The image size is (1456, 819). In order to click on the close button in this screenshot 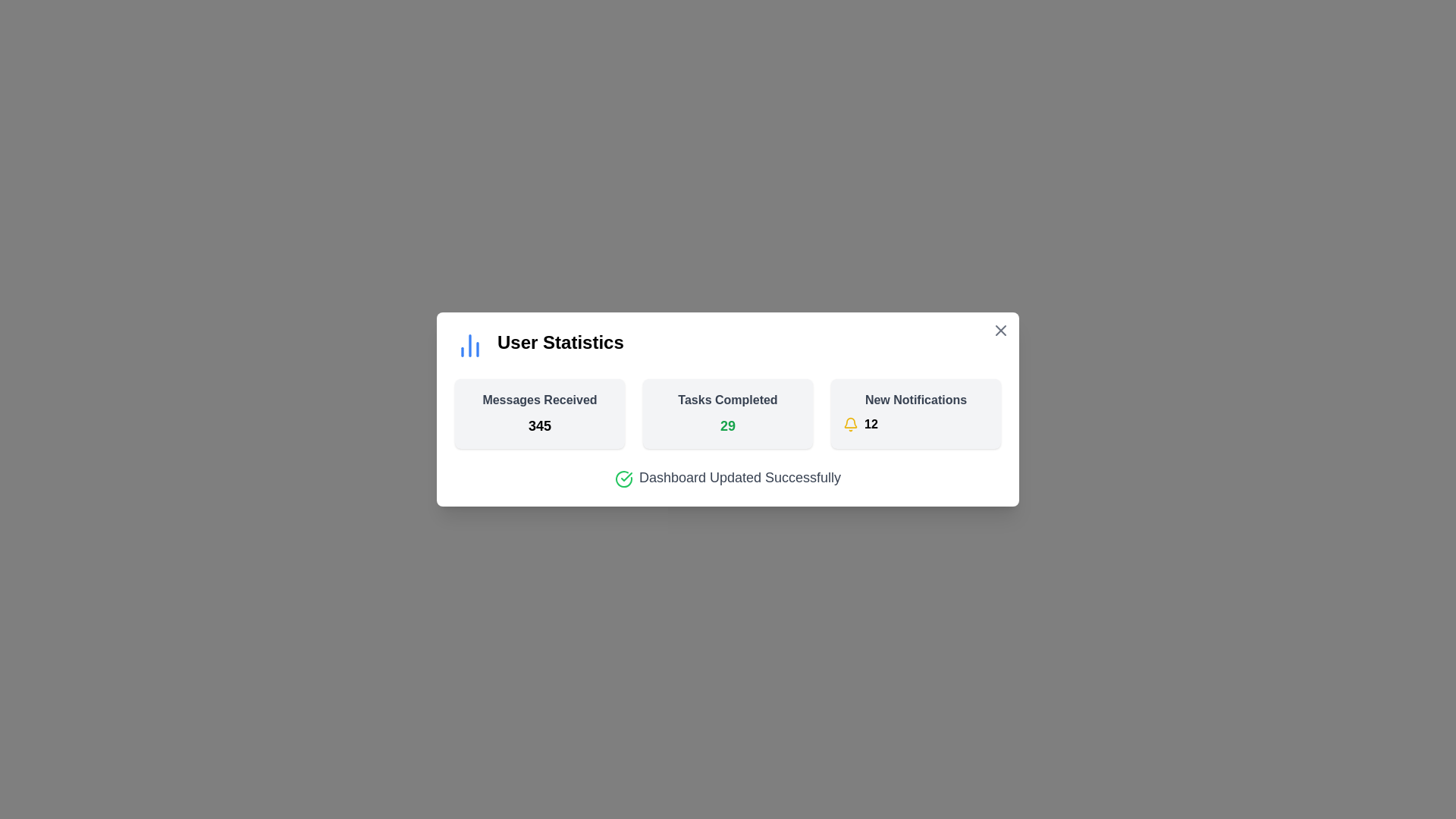, I will do `click(1001, 329)`.